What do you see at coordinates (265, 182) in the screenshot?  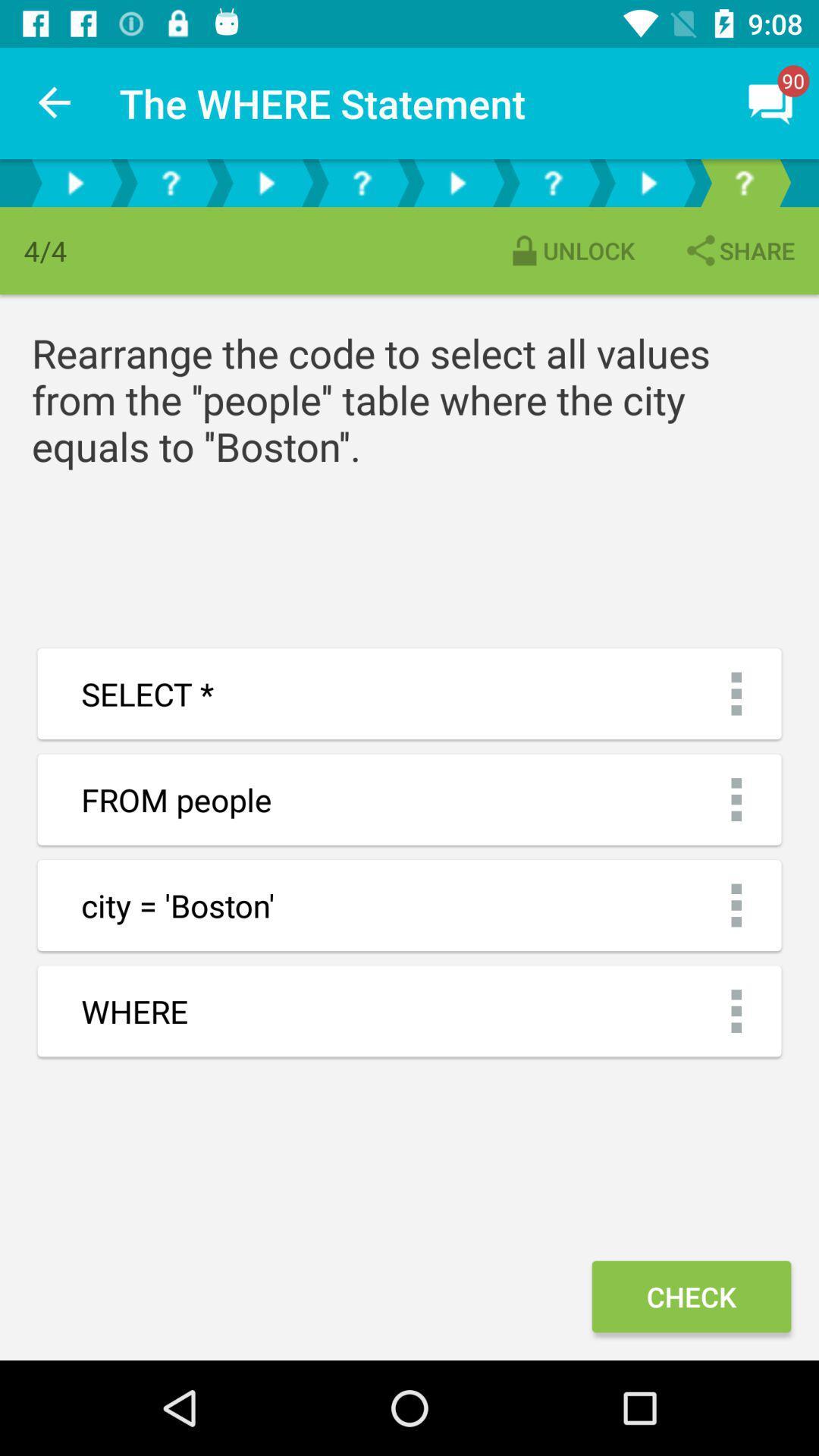 I see `open slide` at bounding box center [265, 182].